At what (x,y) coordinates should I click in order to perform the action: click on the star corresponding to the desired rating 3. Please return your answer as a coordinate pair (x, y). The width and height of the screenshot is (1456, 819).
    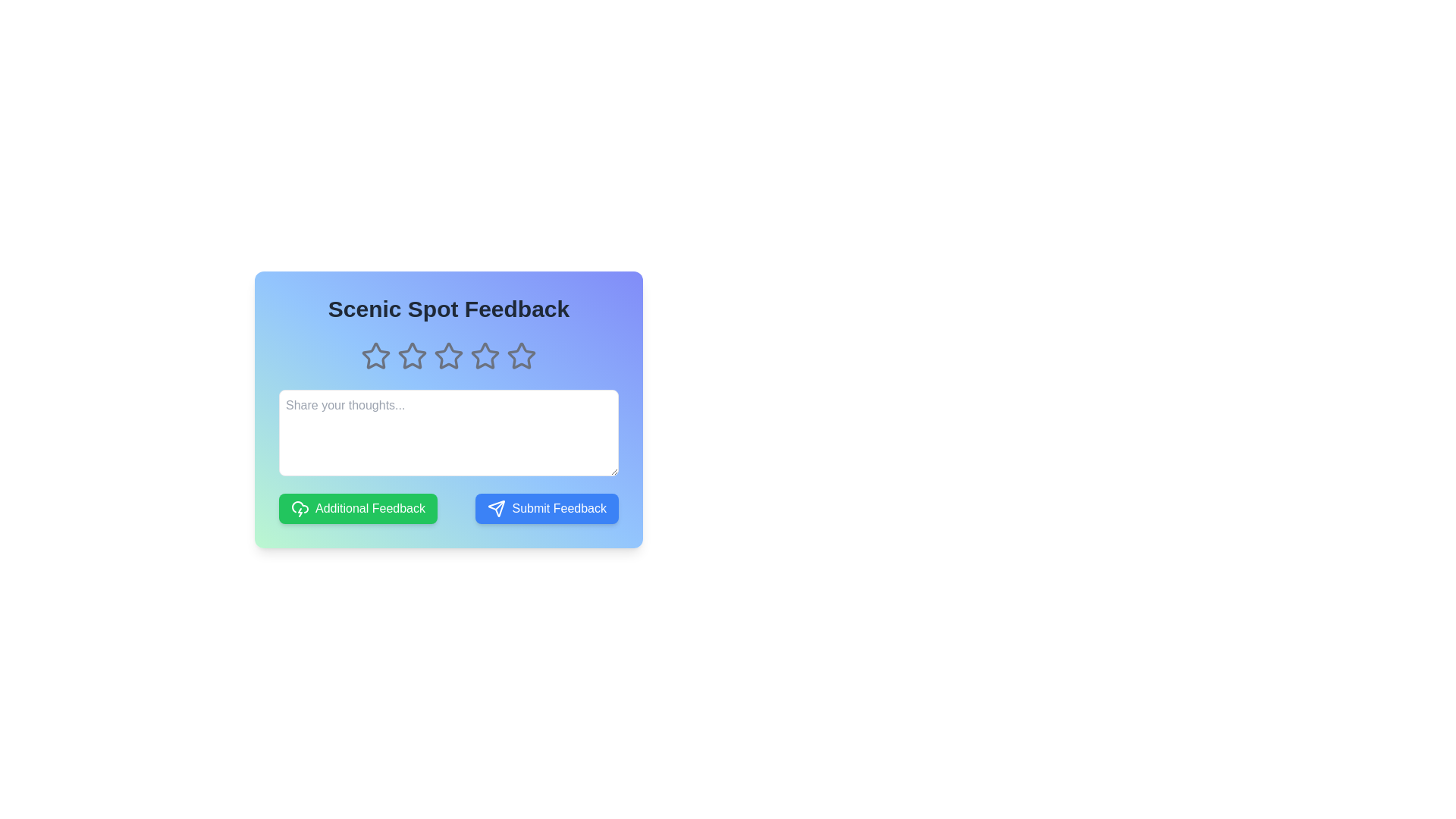
    Looking at the image, I should click on (447, 356).